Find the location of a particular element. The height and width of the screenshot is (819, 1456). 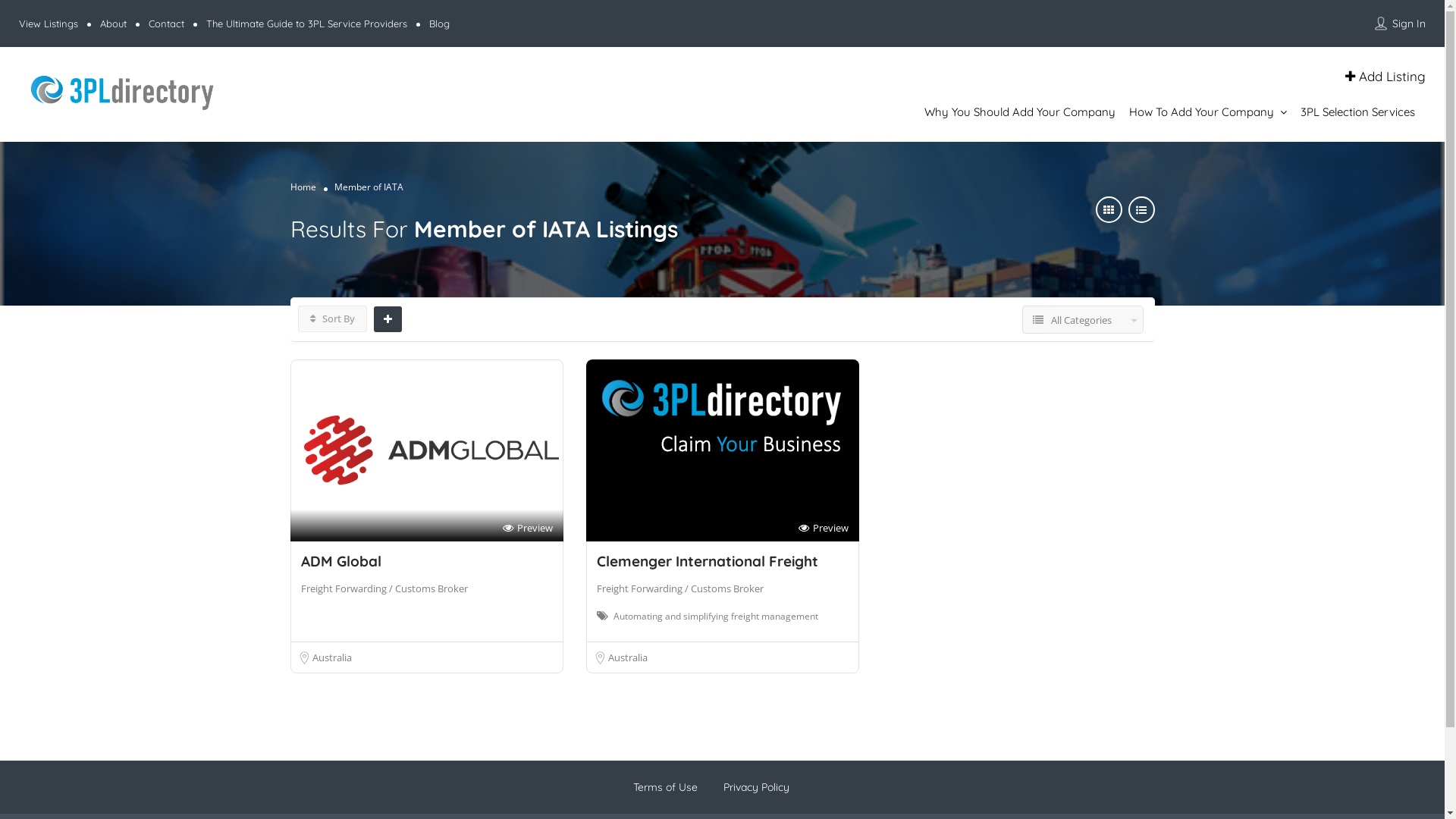

'Contact' is located at coordinates (166, 23).